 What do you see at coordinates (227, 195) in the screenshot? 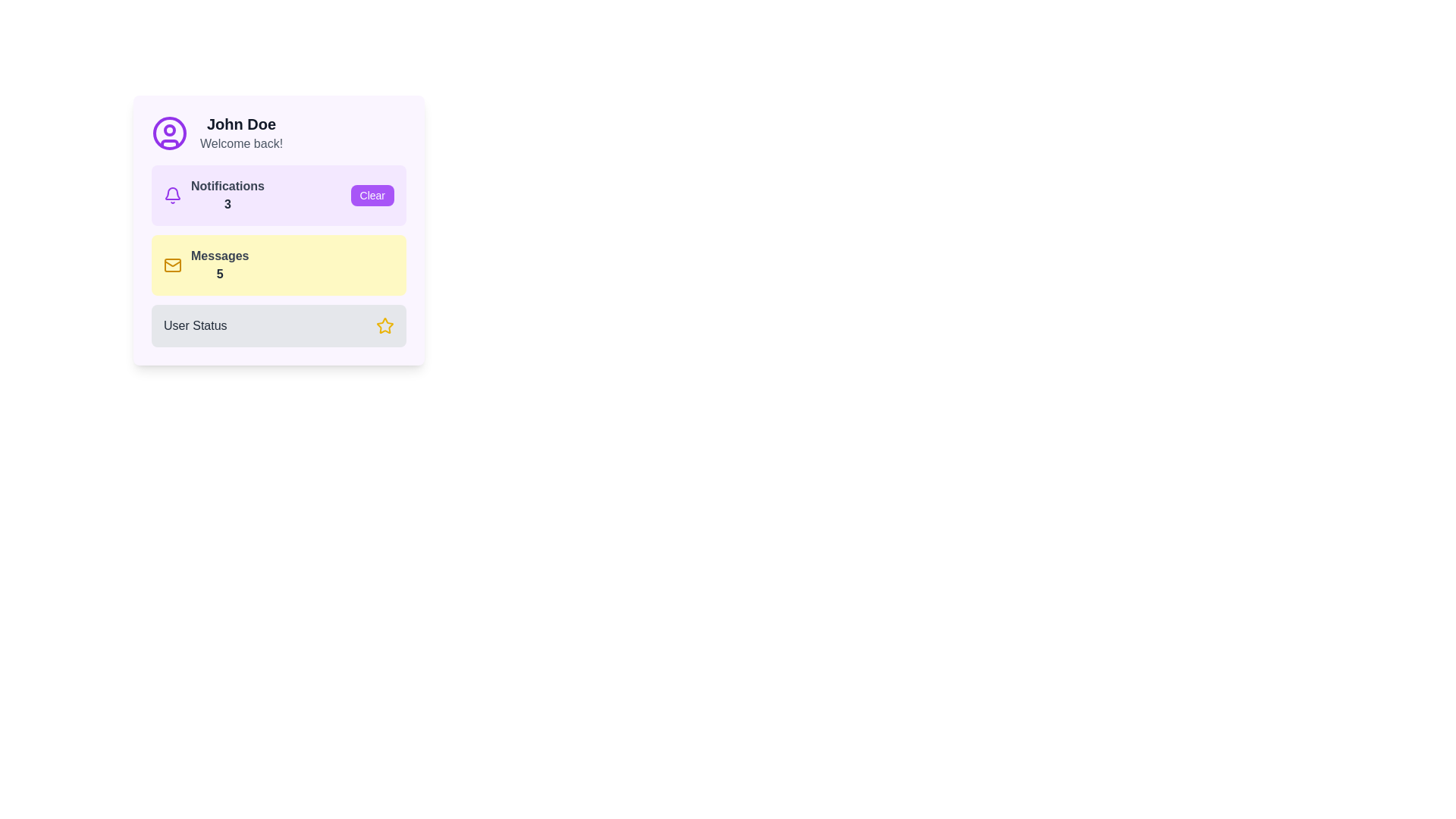
I see `the 'Notifications' text display element, which shows the word 'Notifications' in bold gray font and the number '3' beneath it, located in the notification section of the card layout` at bounding box center [227, 195].